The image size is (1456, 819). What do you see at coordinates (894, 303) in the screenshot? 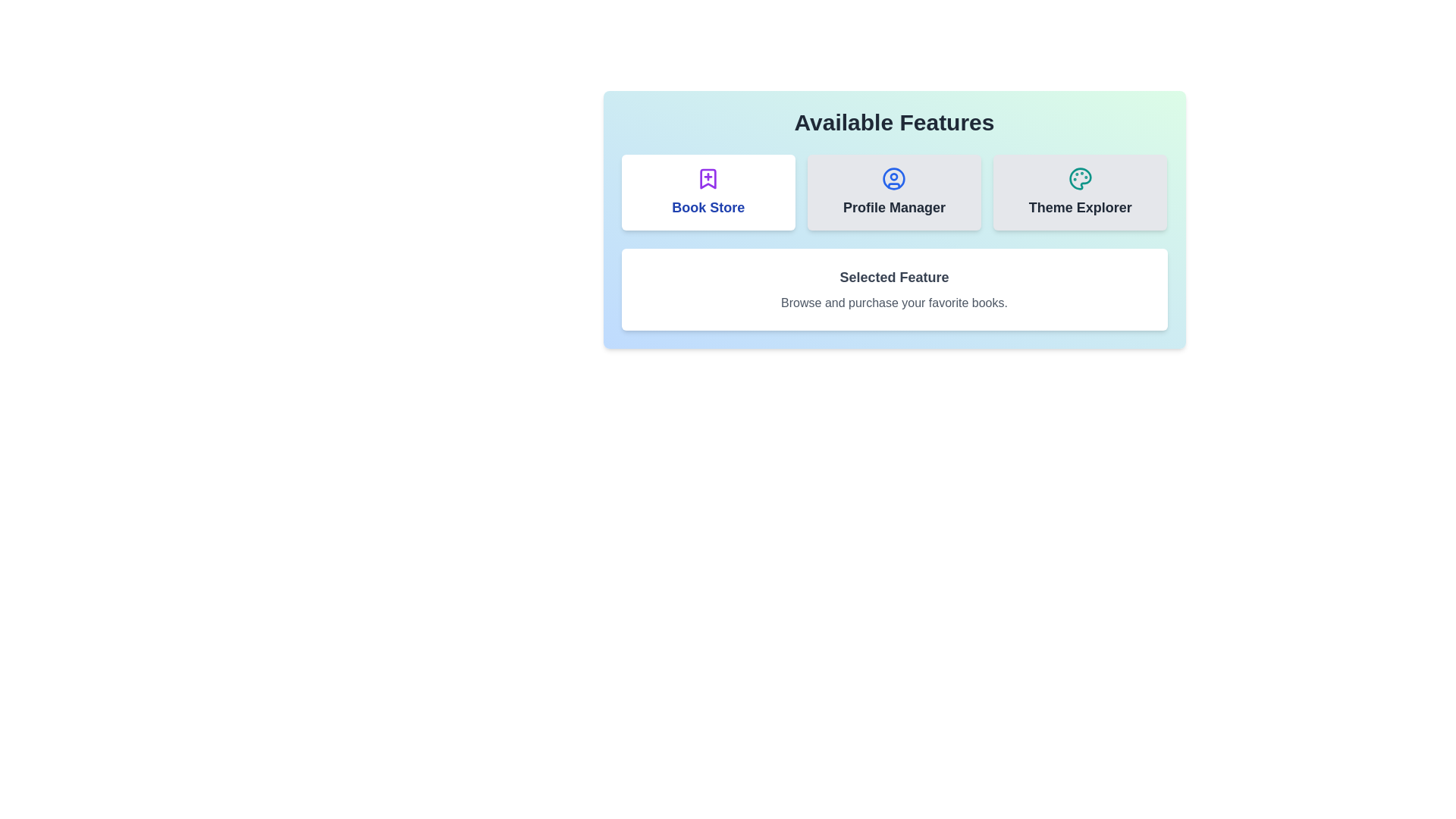
I see `styling of the text label that says 'Browse and purchase your favorite books.' located below the heading 'Selected Feature' in the card-like structure` at bounding box center [894, 303].